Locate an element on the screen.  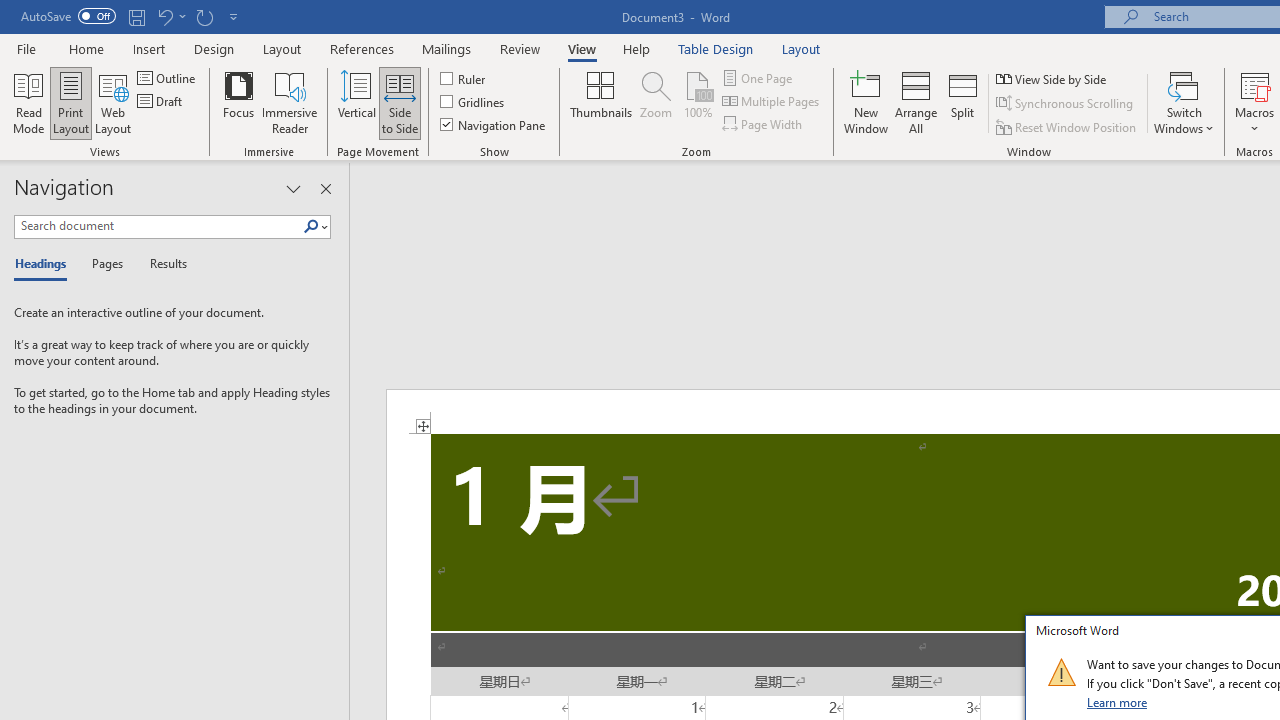
'New Window' is located at coordinates (866, 103).